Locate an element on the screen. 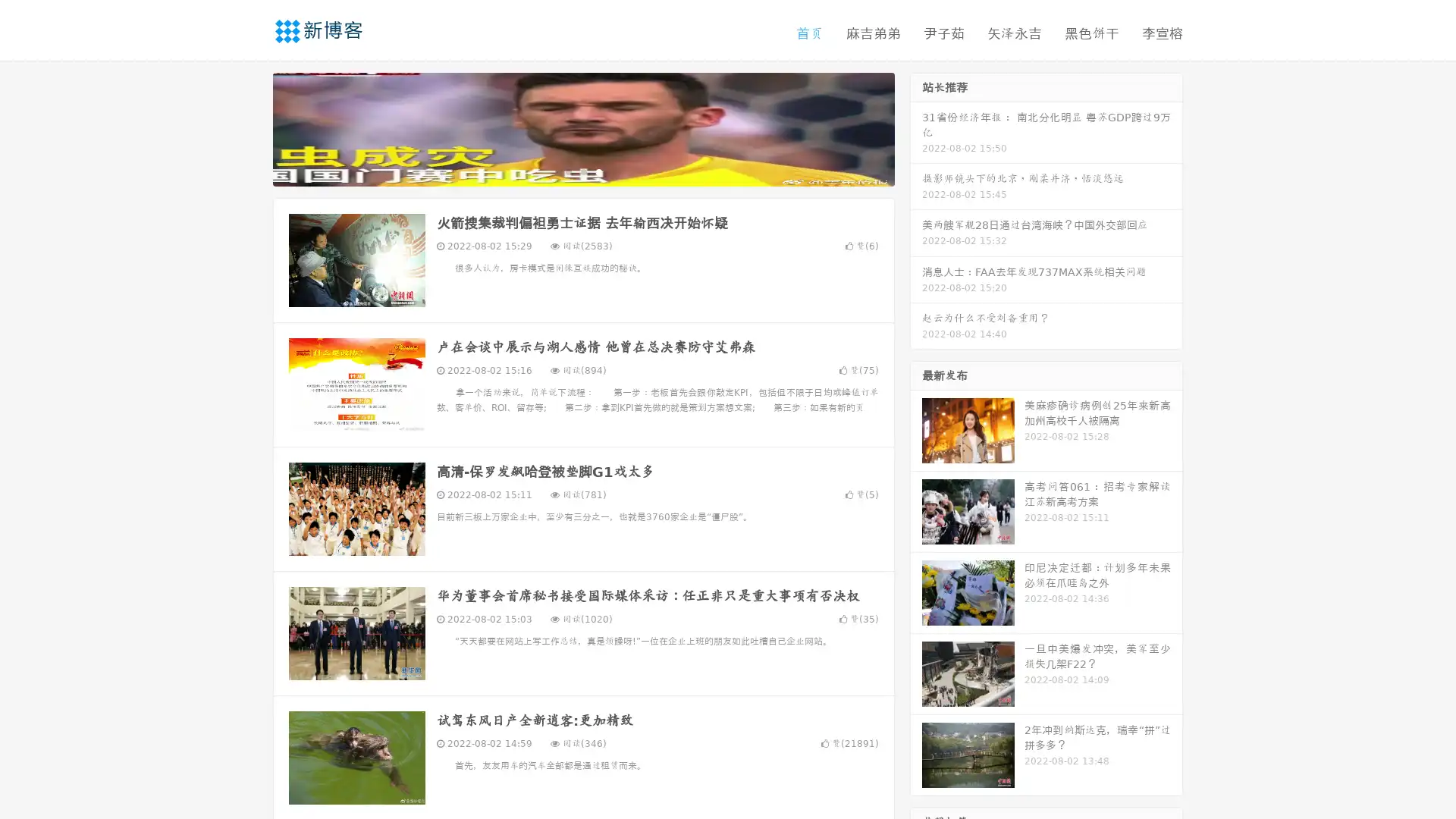 This screenshot has height=819, width=1456. Go to slide 3 is located at coordinates (598, 171).